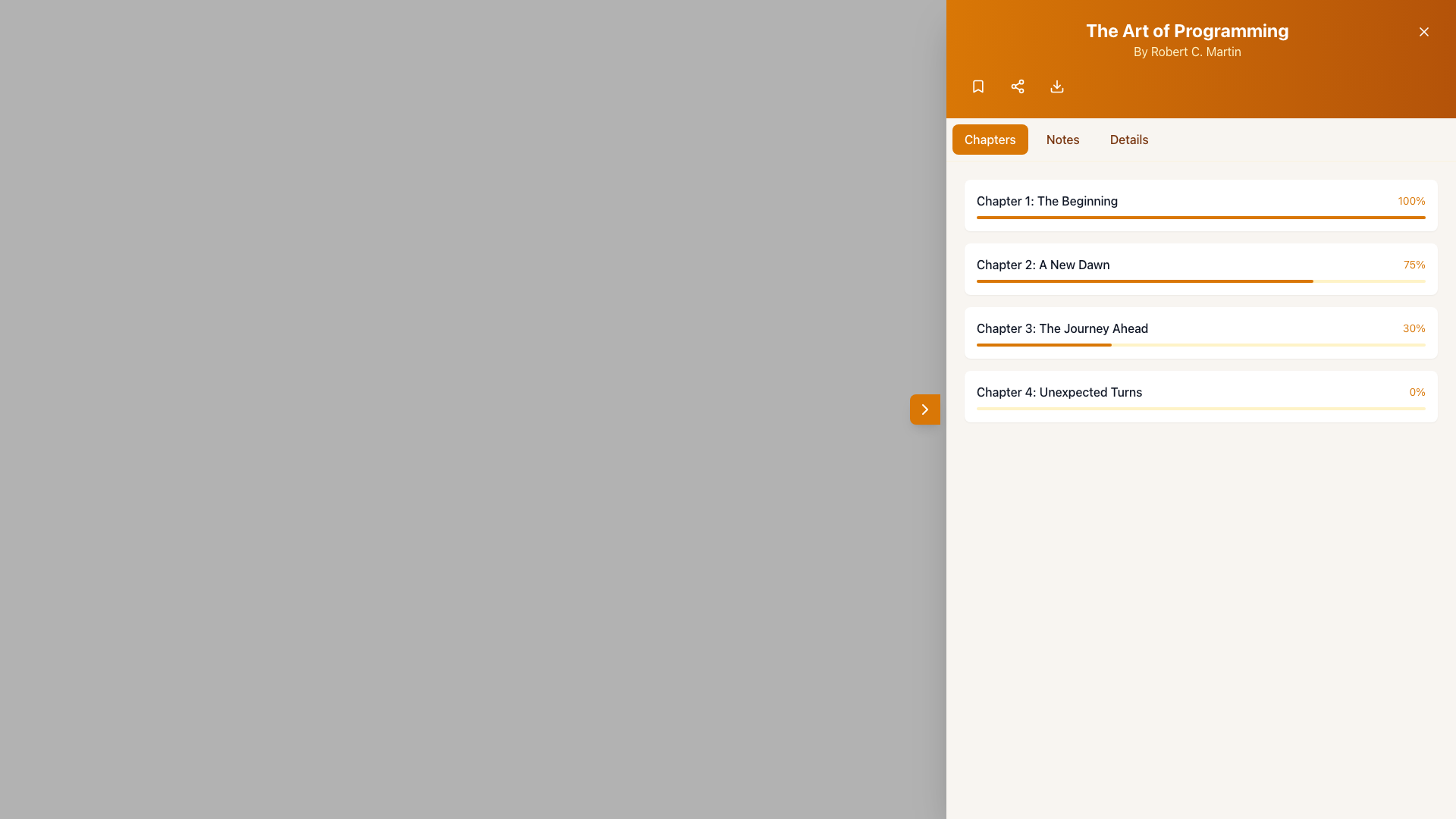 Image resolution: width=1456 pixels, height=819 pixels. What do you see at coordinates (990, 140) in the screenshot?
I see `the 'Chapters' button, which is a rectangular button with a yellow-orange background and white centered text` at bounding box center [990, 140].